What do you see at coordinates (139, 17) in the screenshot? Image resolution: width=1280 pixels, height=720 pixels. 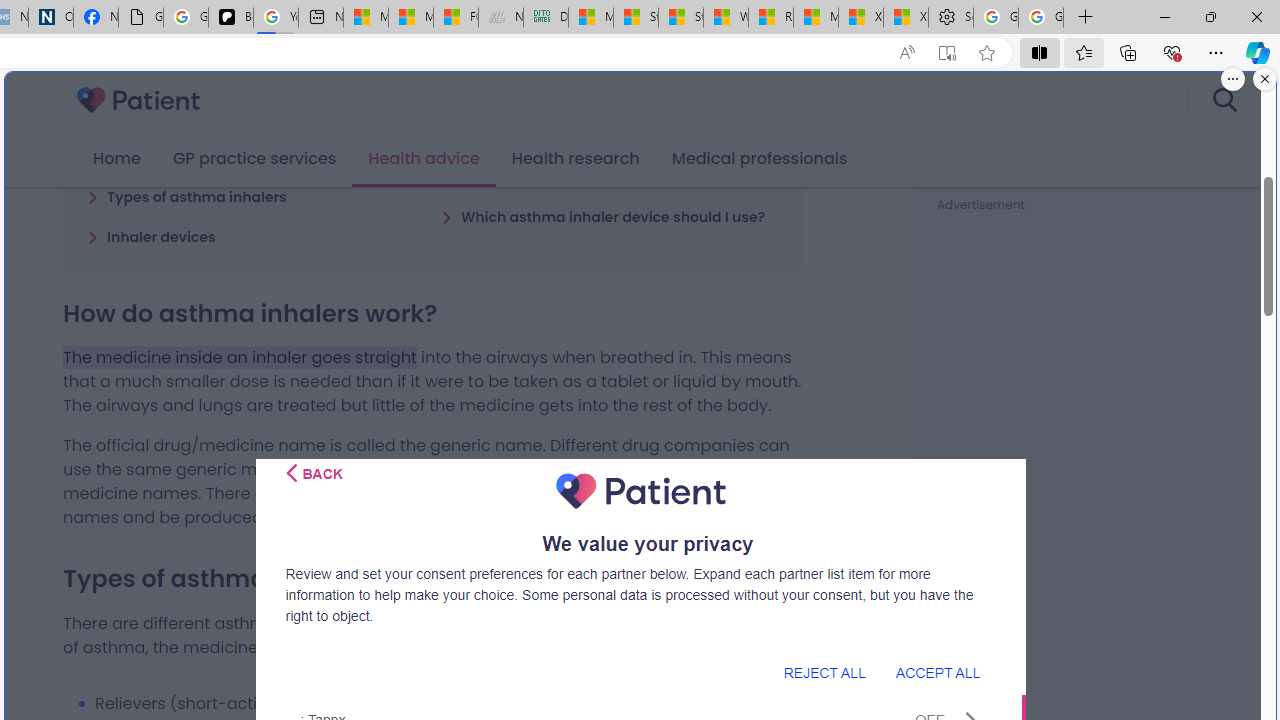 I see `'Google Analytics Opt-out Browser Add-on Download Page'` at bounding box center [139, 17].